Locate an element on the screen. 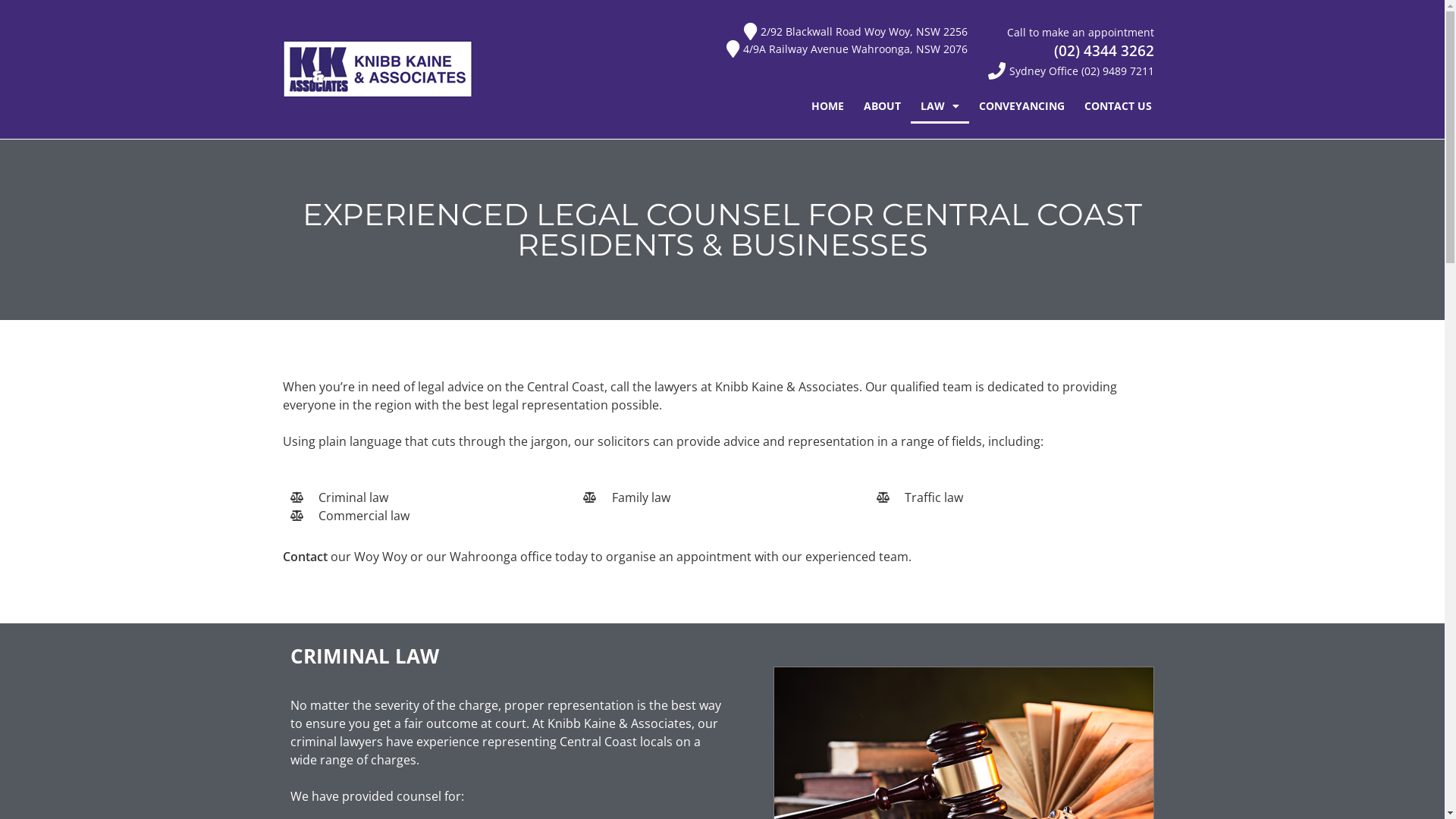 This screenshot has height=819, width=1456. '(02) 4344 3262' is located at coordinates (1053, 49).